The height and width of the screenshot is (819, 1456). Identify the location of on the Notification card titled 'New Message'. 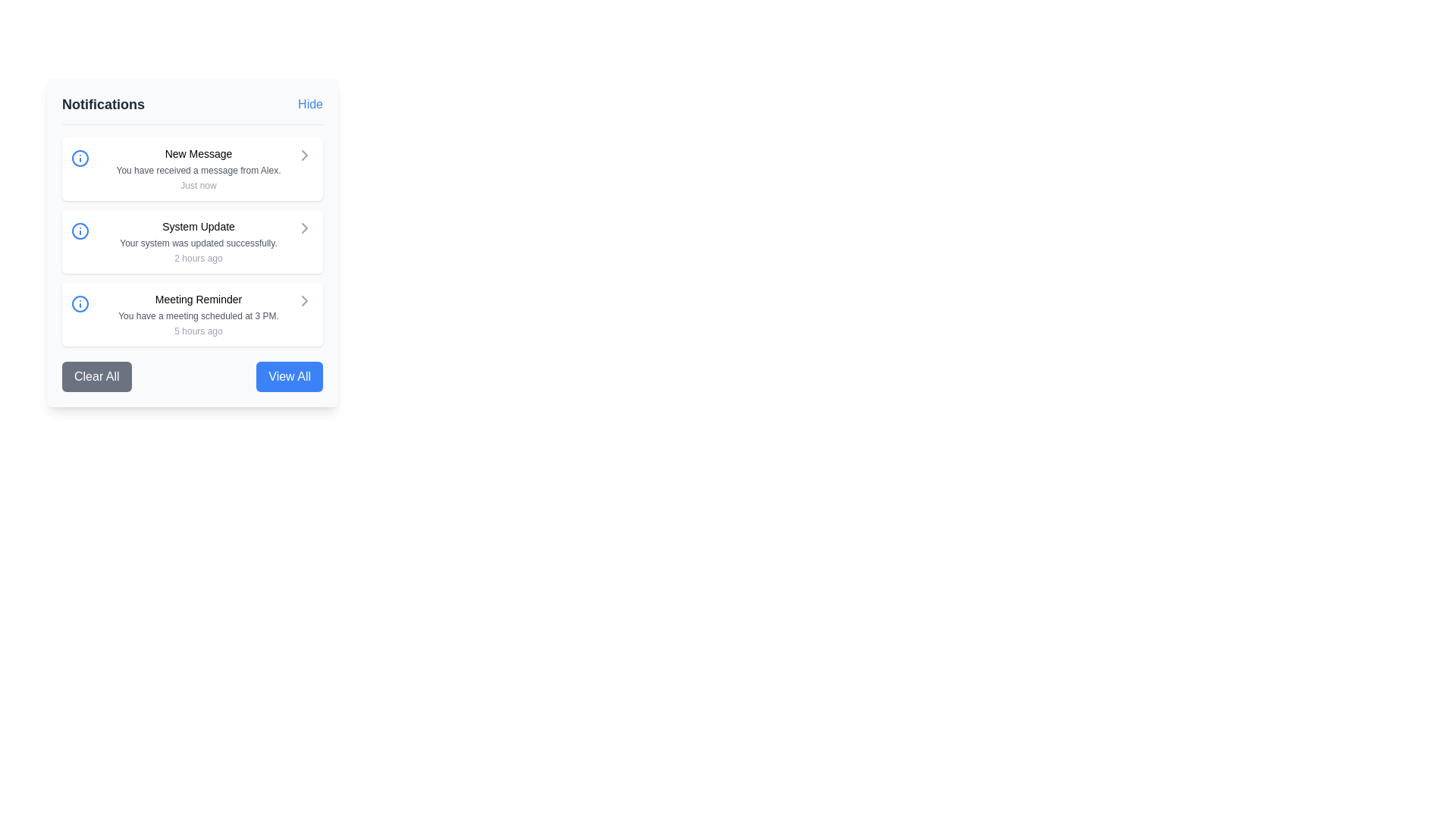
(192, 169).